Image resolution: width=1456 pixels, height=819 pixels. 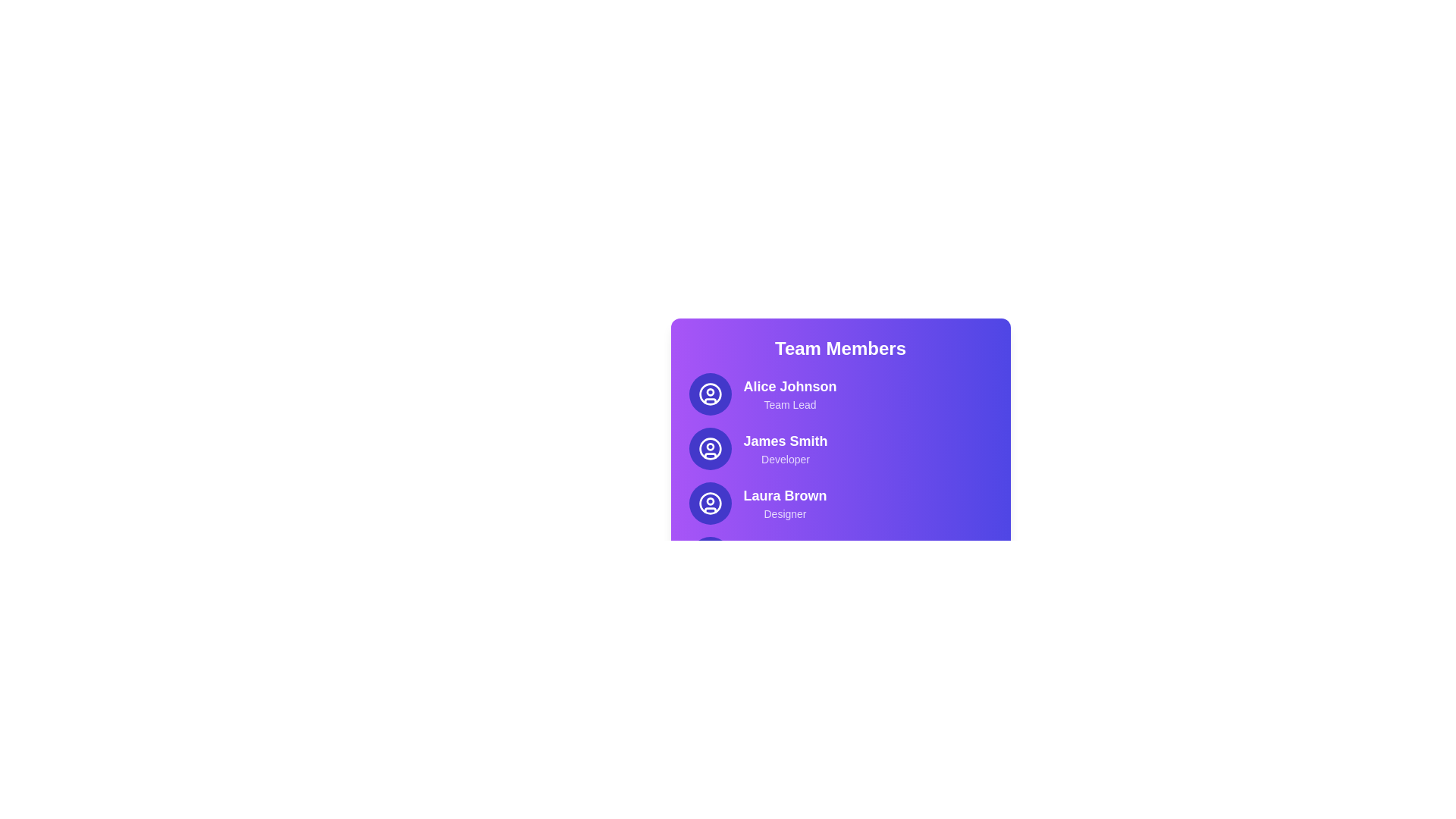 I want to click on the circular shape that visually represents the user profile icon for 'James Smith', the second entry in the list, so click(x=709, y=447).